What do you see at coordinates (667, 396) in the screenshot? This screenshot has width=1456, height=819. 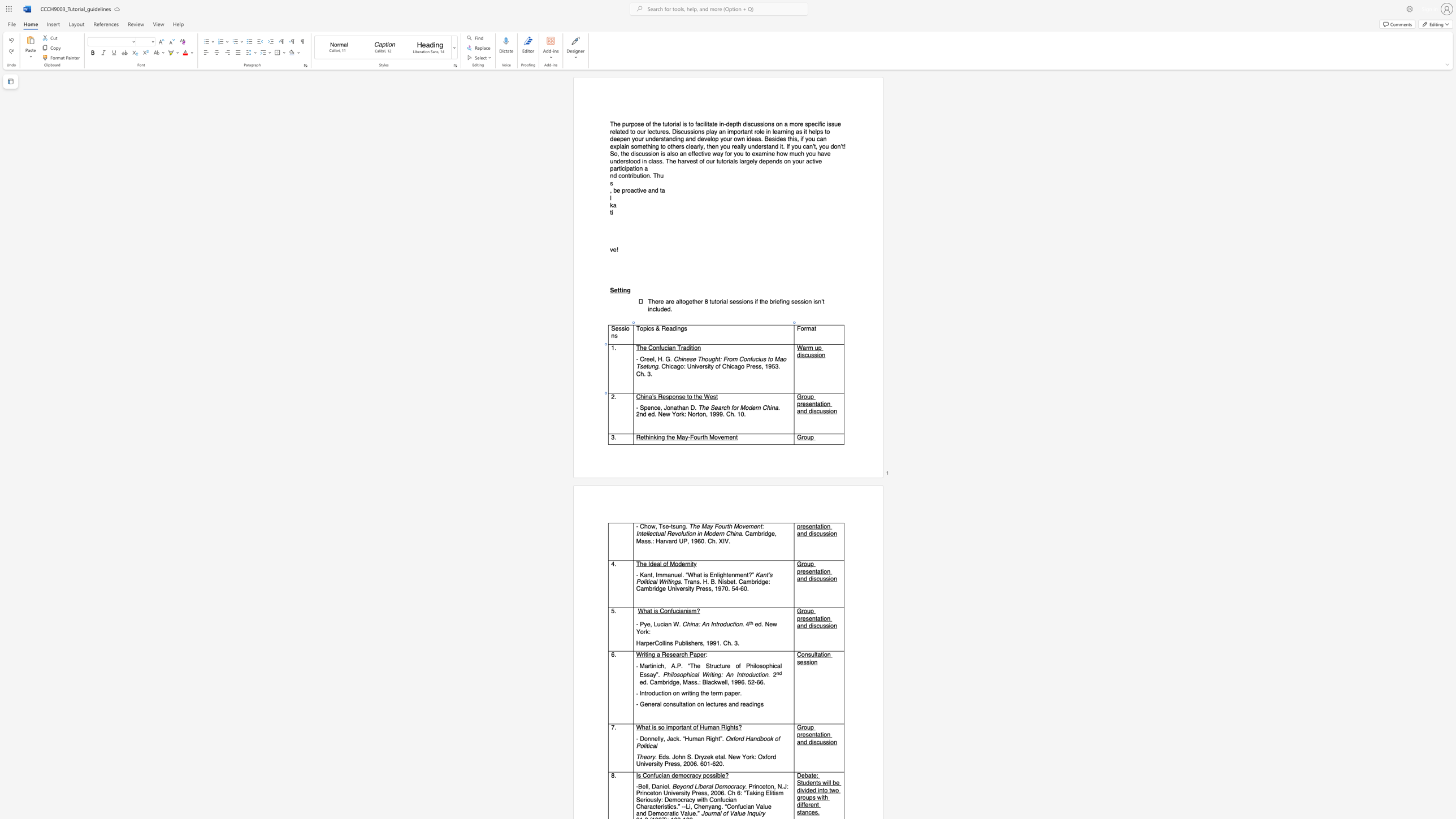 I see `the 2th character "s" in the text` at bounding box center [667, 396].